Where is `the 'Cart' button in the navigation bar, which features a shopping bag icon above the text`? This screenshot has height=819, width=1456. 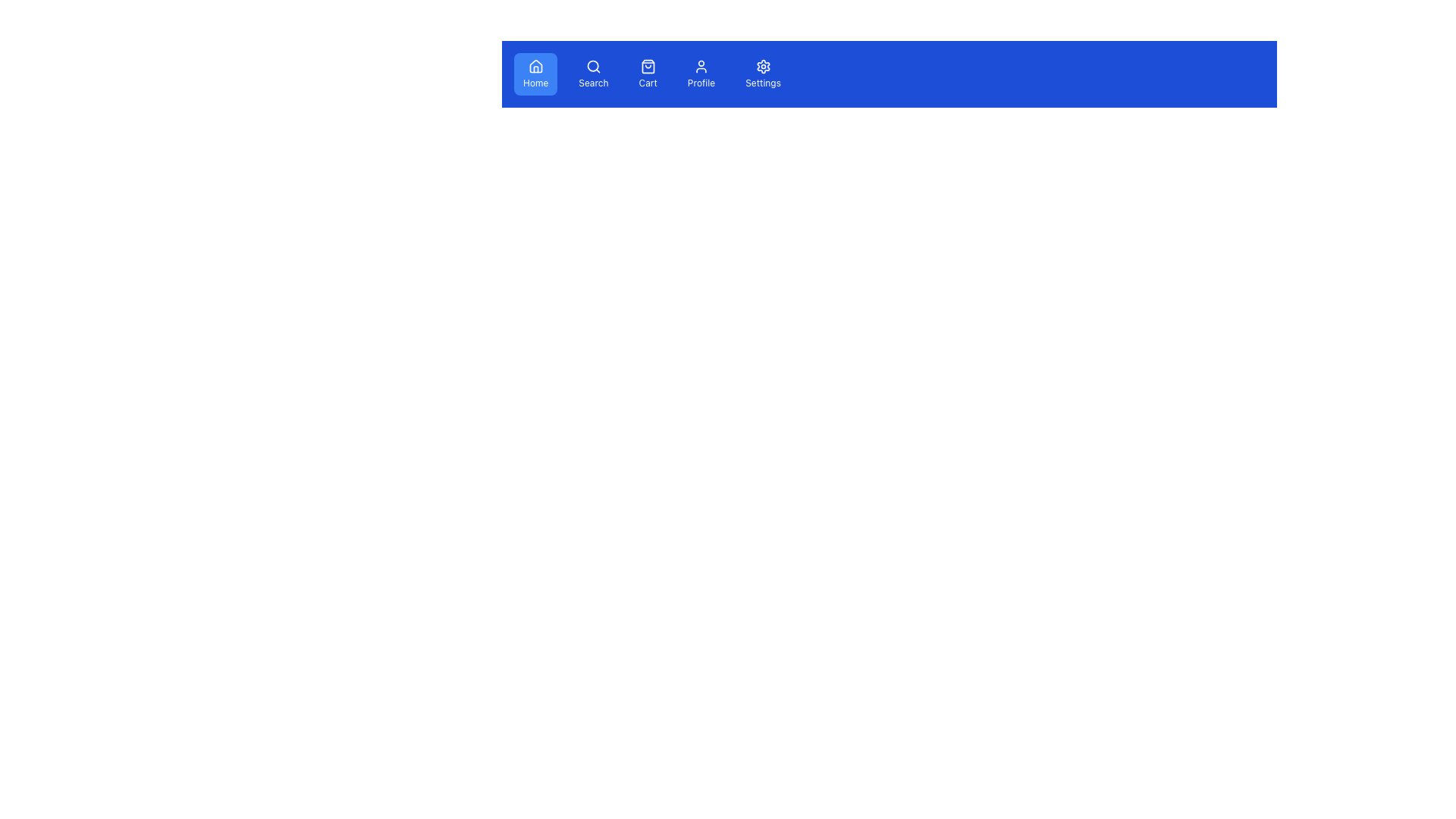
the 'Cart' button in the navigation bar, which features a shopping bag icon above the text is located at coordinates (648, 74).